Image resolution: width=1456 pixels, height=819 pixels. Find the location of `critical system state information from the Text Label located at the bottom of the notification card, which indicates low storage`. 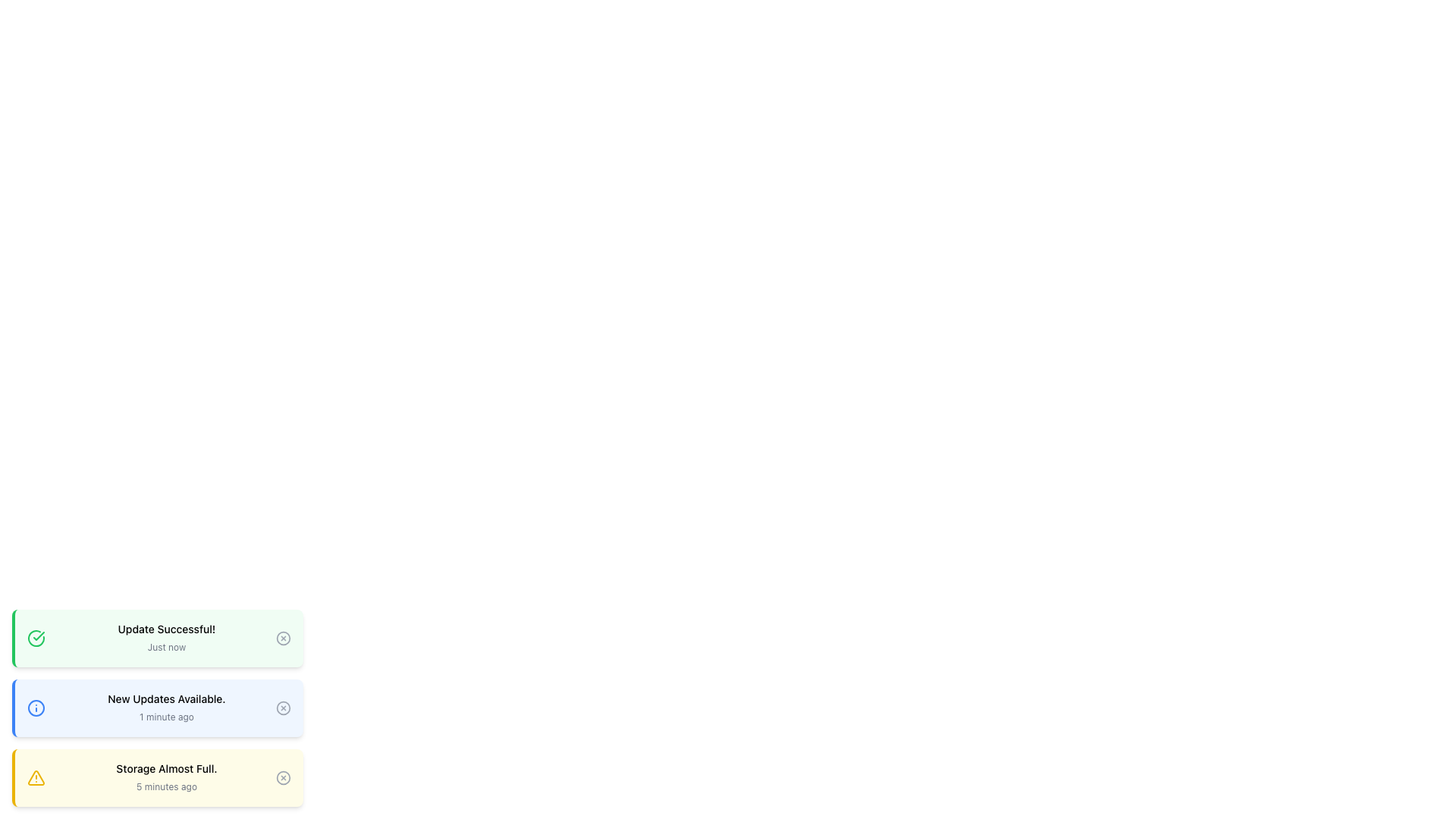

critical system state information from the Text Label located at the bottom of the notification card, which indicates low storage is located at coordinates (167, 769).